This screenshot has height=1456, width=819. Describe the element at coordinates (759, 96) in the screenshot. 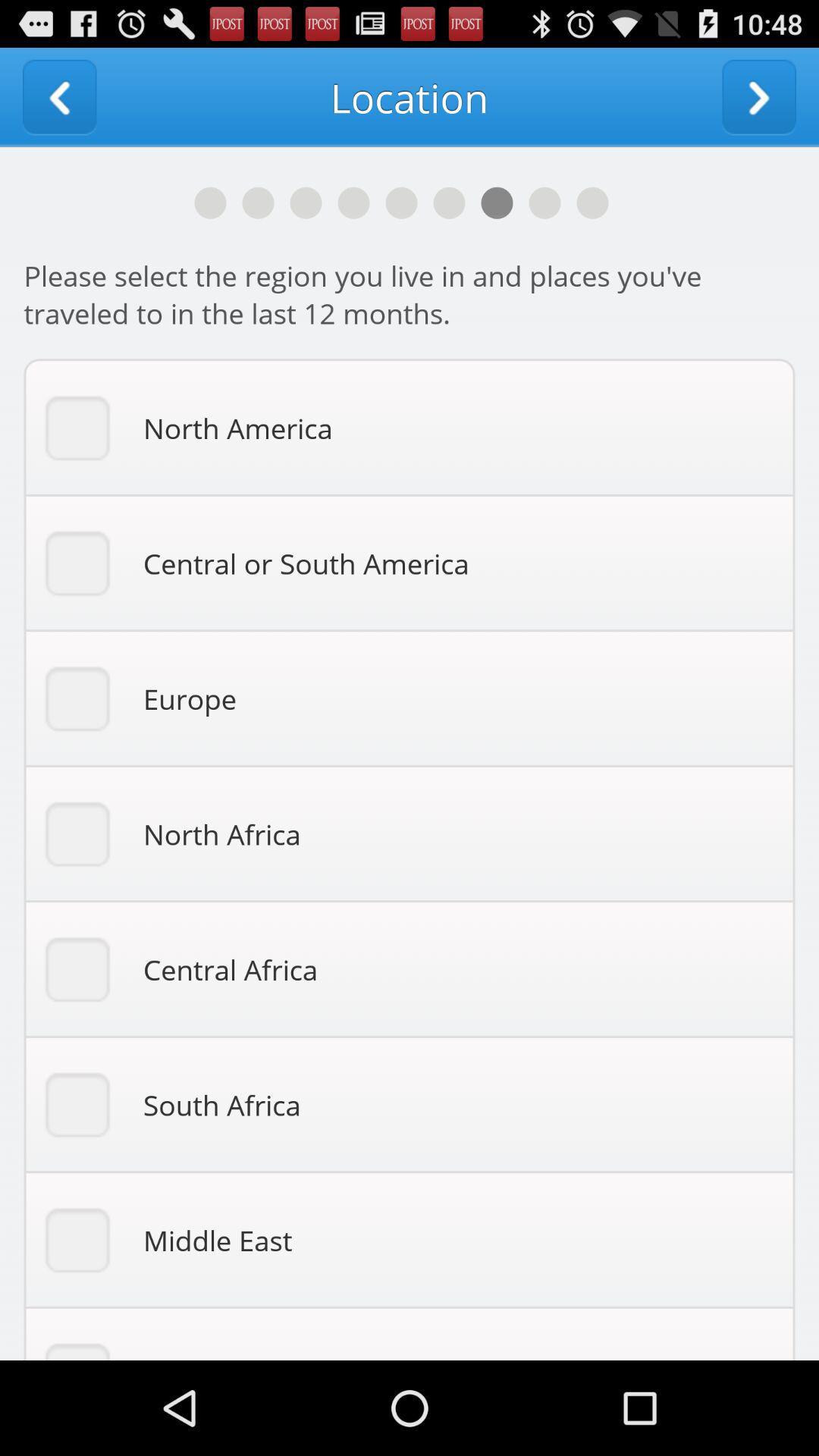

I see `page forward` at that location.